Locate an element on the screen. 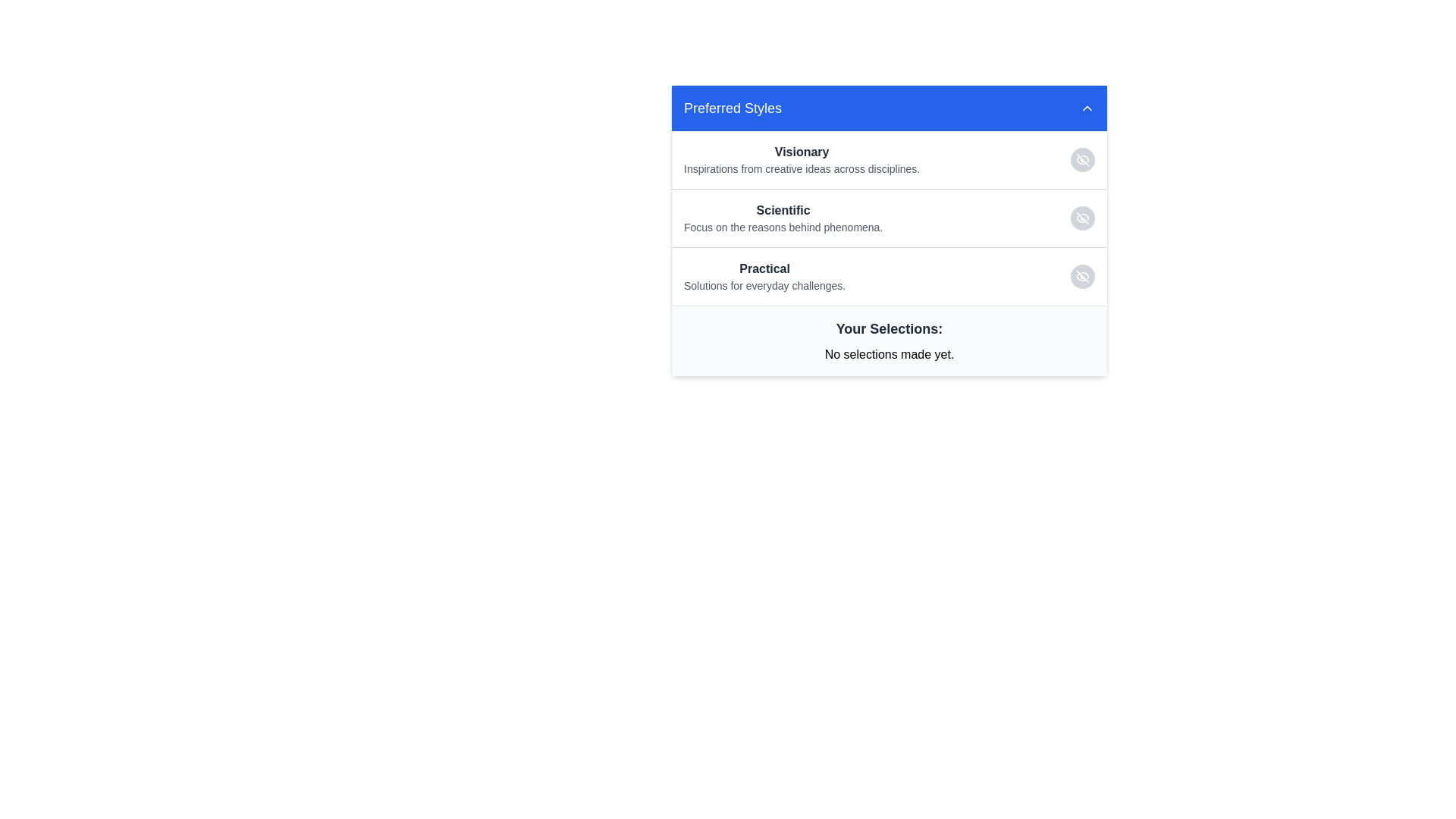 This screenshot has width=1456, height=819. the Eye-Off icon is located at coordinates (1082, 218).